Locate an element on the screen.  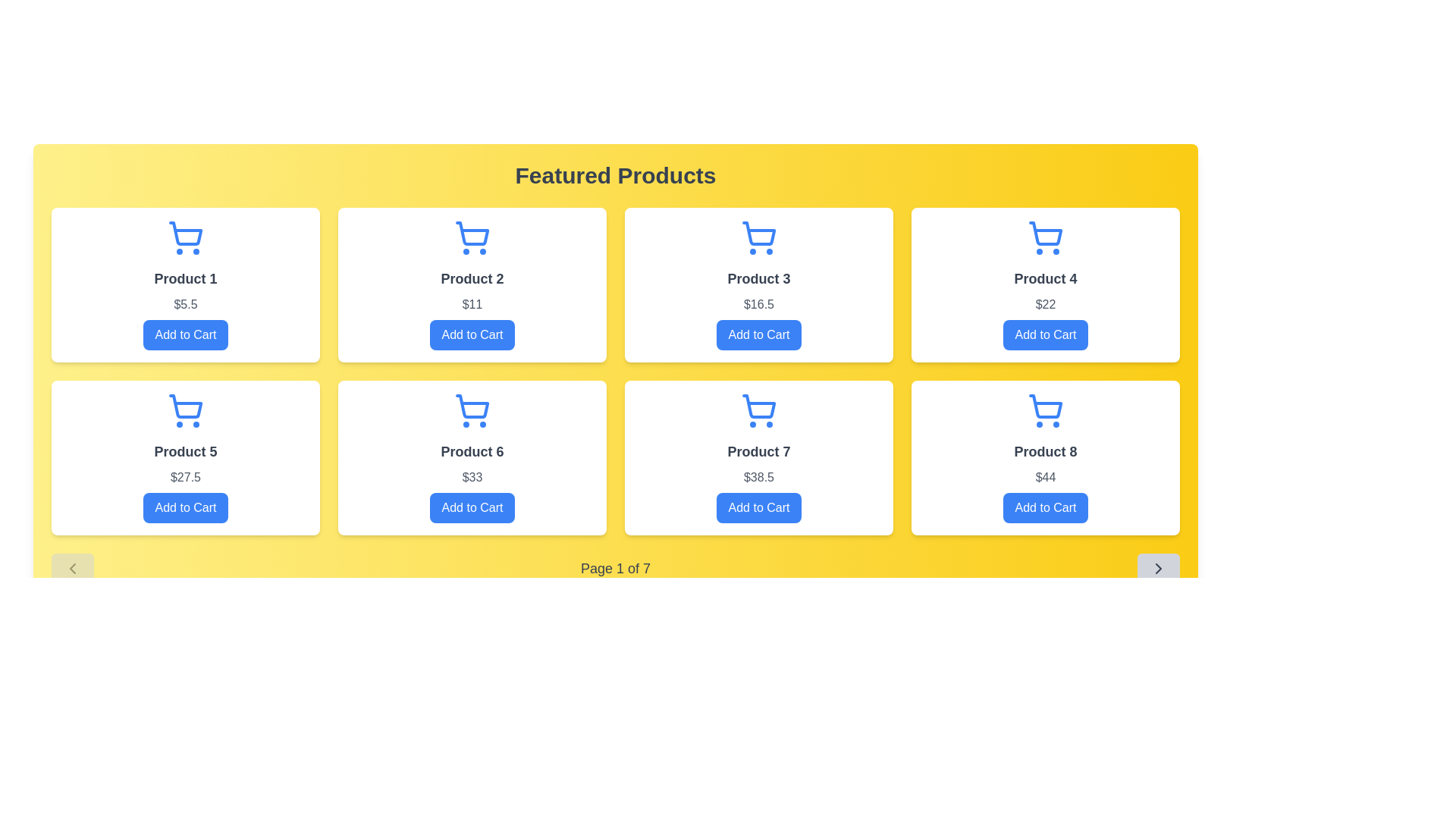
the text label displaying '$33' in gray color, positioned below the 'Product 6' name and above the 'Add to Cart' button is located at coordinates (472, 476).